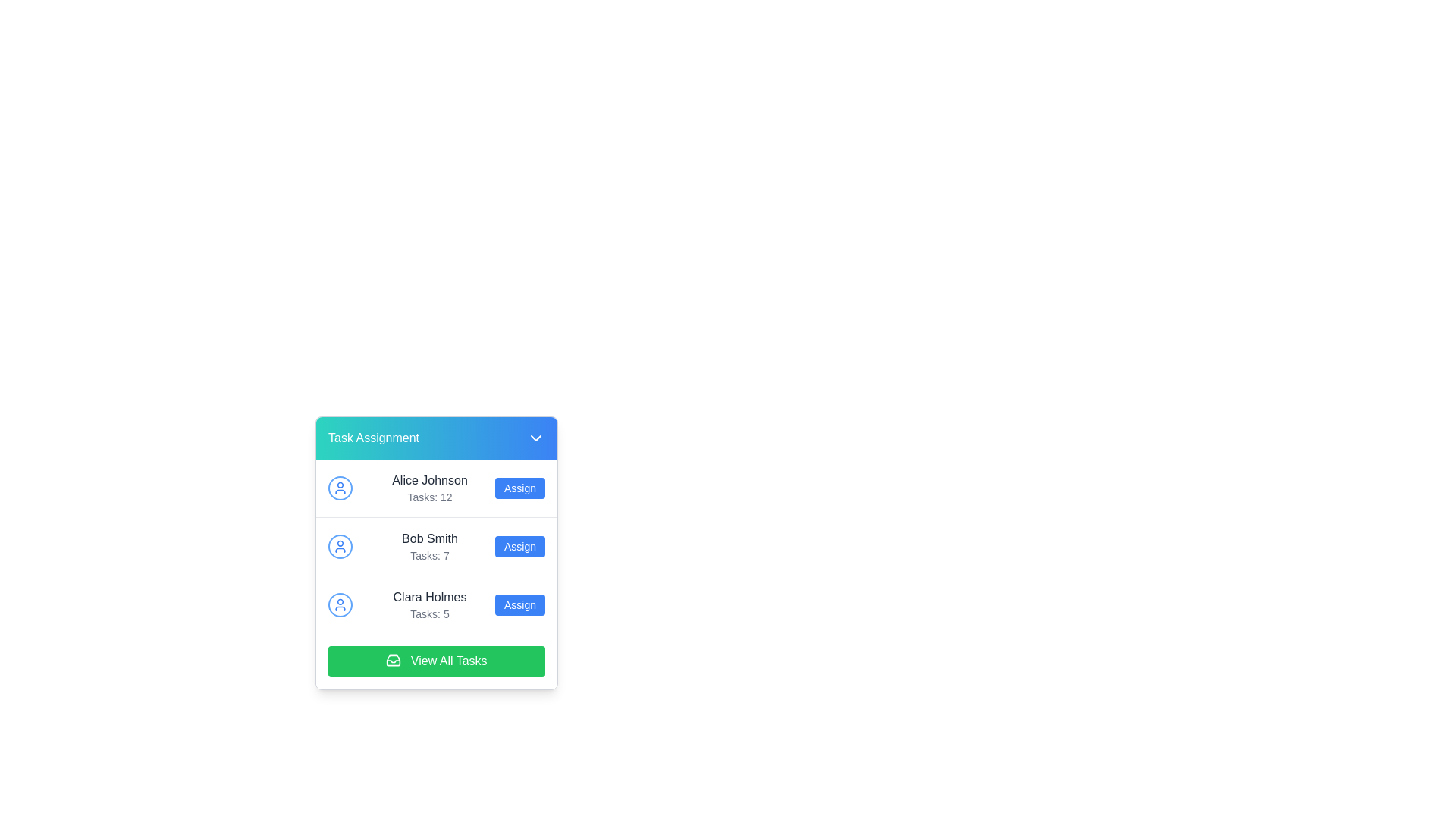  Describe the element at coordinates (340, 488) in the screenshot. I see `the user avatar icon, which is a circular outline with a blue color located to the left of 'Alice Johnson' in the task assignment interface` at that location.